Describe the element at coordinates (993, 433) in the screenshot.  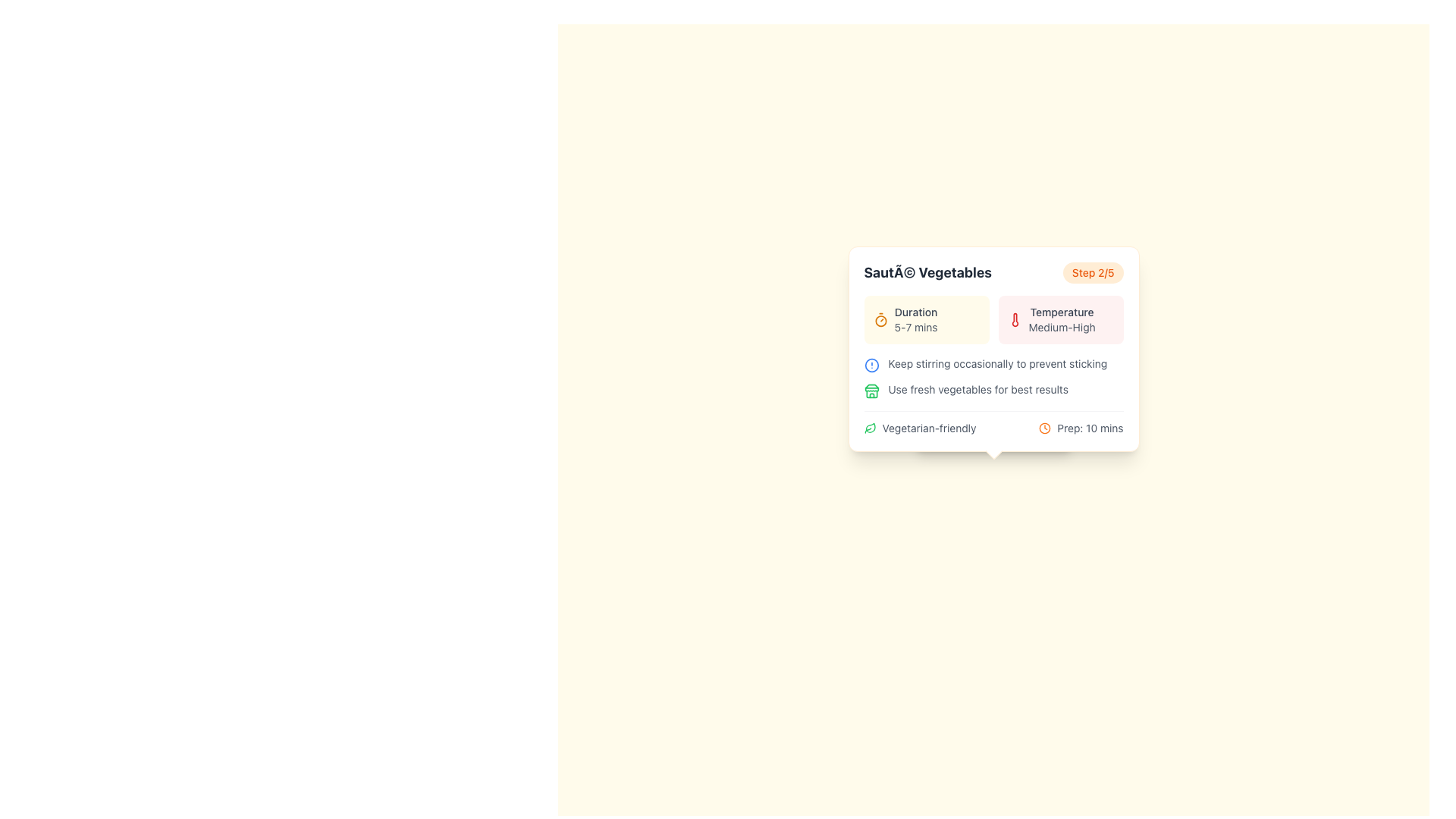
I see `the decorative dot located centrally between the labels 'Vegetarian-friendly' and 'Prep: 10 mins' within the card-like structure` at that location.